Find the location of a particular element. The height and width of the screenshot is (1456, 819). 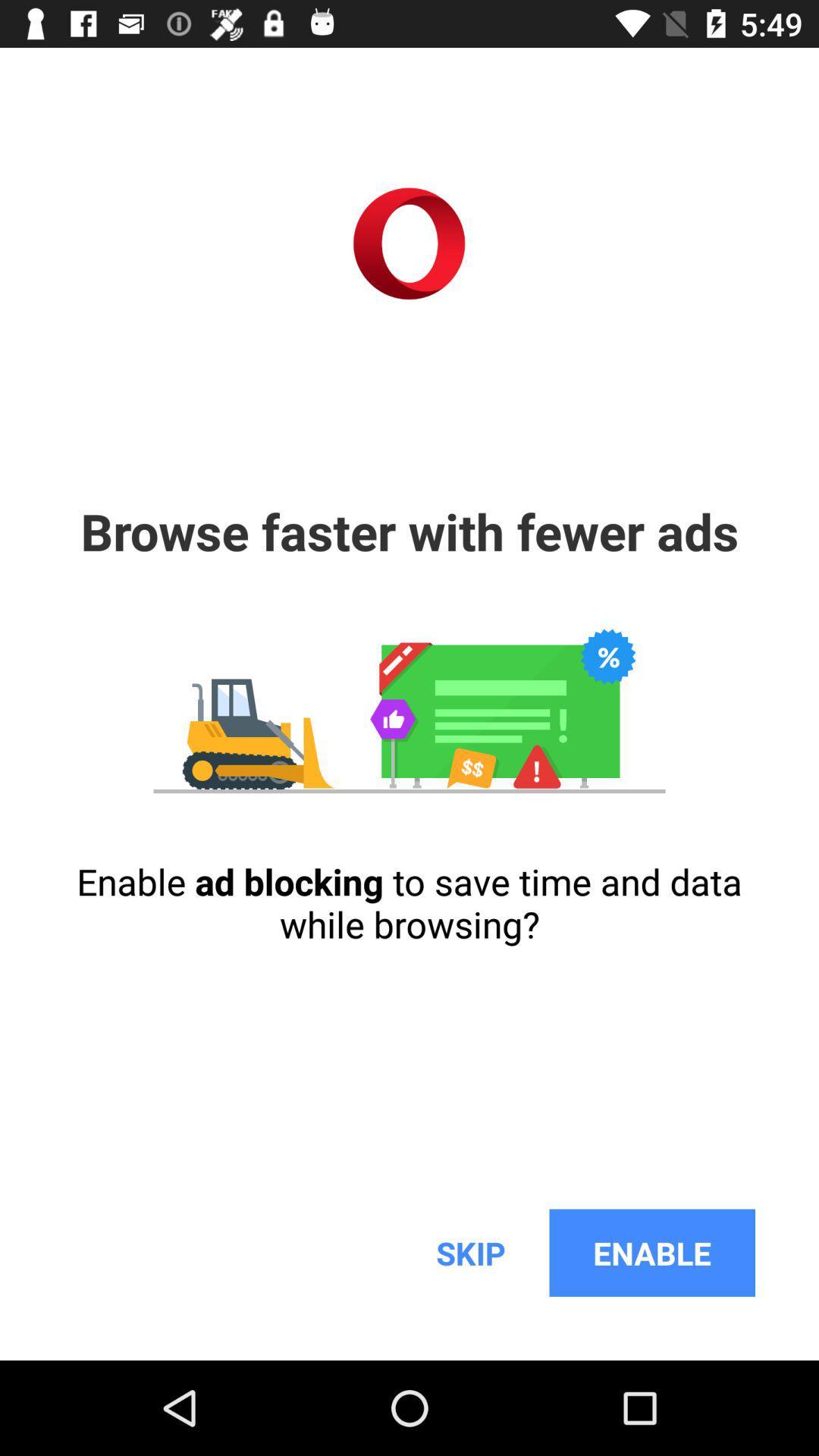

the icon to the left of enable icon is located at coordinates (470, 1253).